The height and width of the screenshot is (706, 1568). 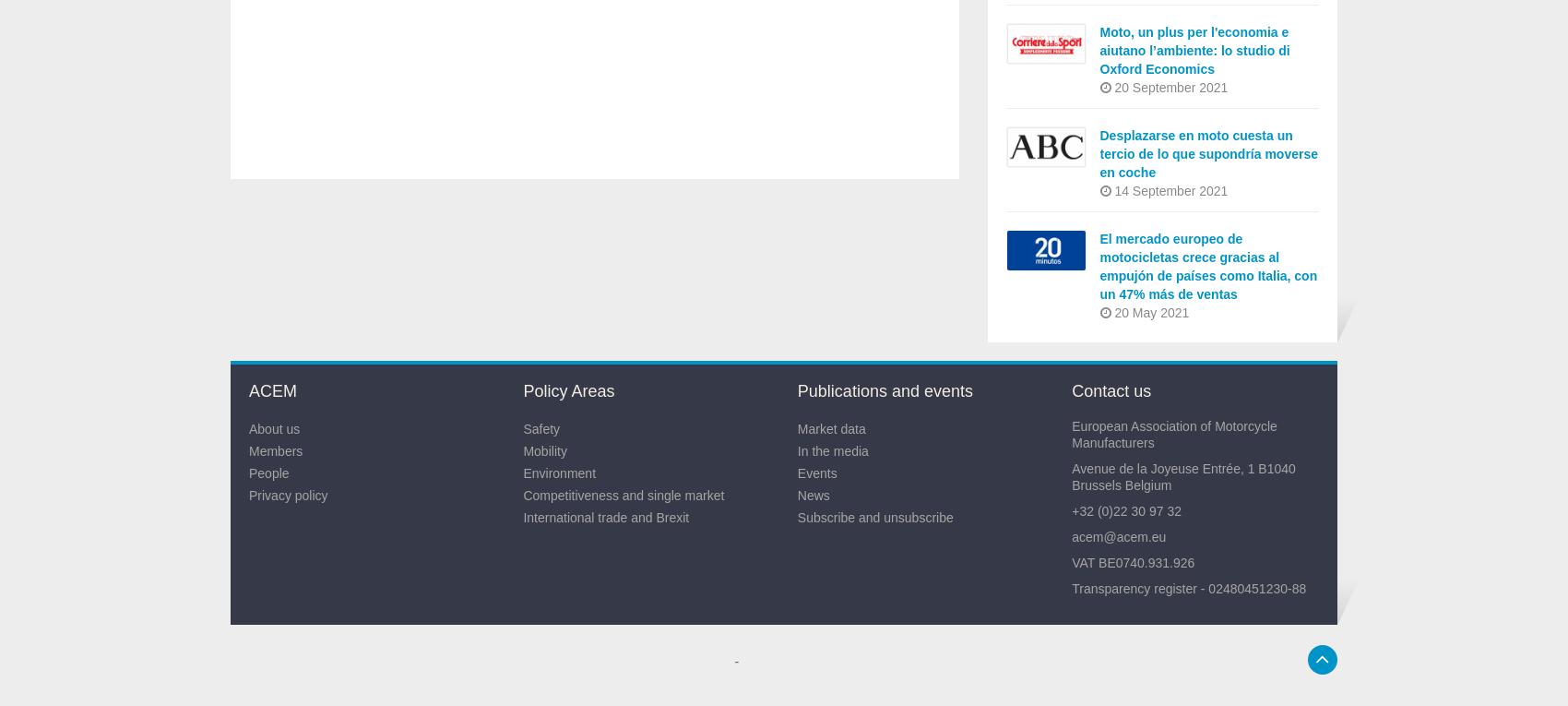 I want to click on 'Publications and events', so click(x=883, y=390).